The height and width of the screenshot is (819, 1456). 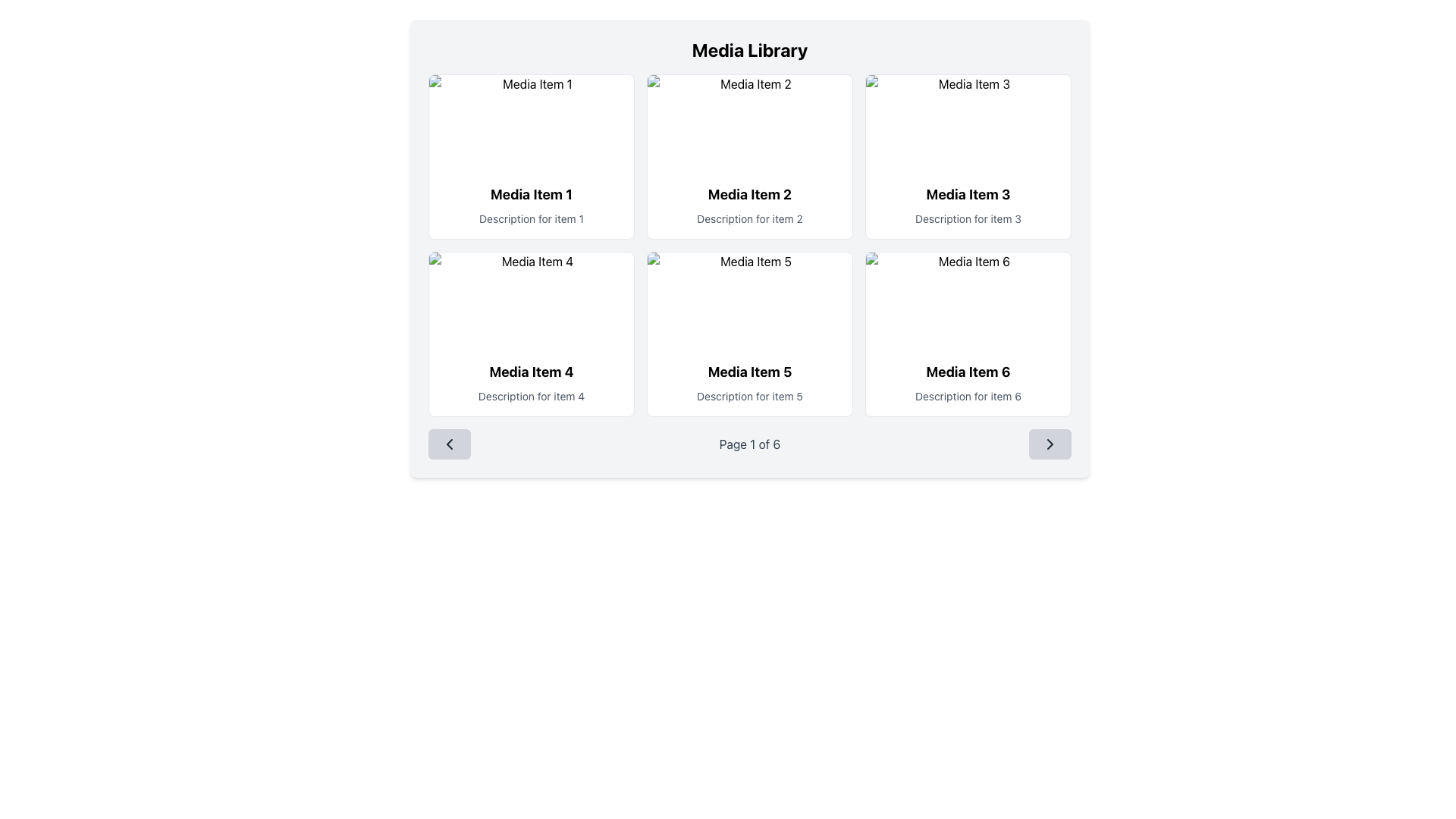 What do you see at coordinates (1050, 444) in the screenshot?
I see `the navigation button located in the bottom right corner next to 'Page 1 of 6' to slightly darken its background` at bounding box center [1050, 444].